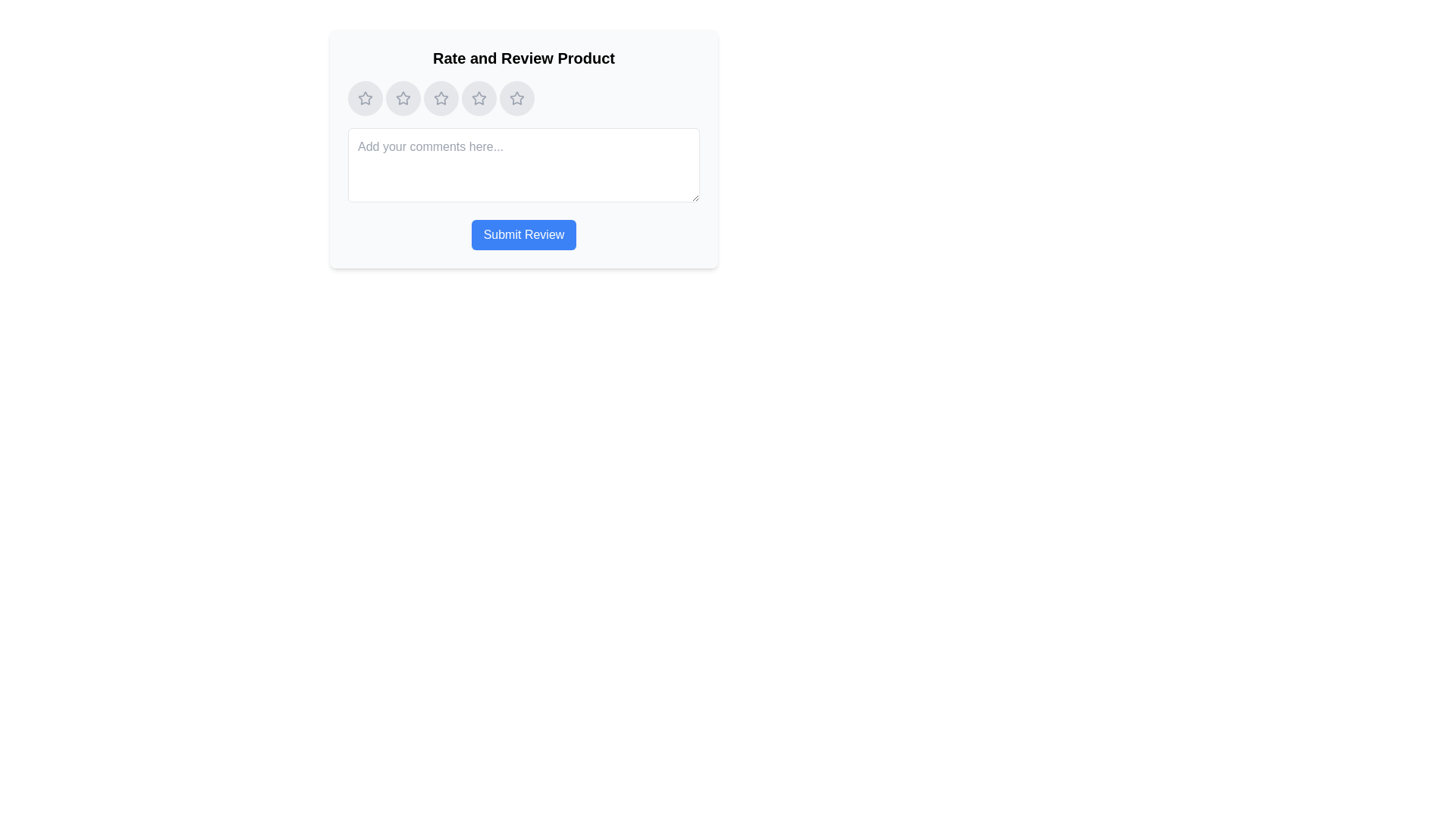 The height and width of the screenshot is (819, 1456). I want to click on the fourth circular star-rating button with a gray background, so click(479, 99).